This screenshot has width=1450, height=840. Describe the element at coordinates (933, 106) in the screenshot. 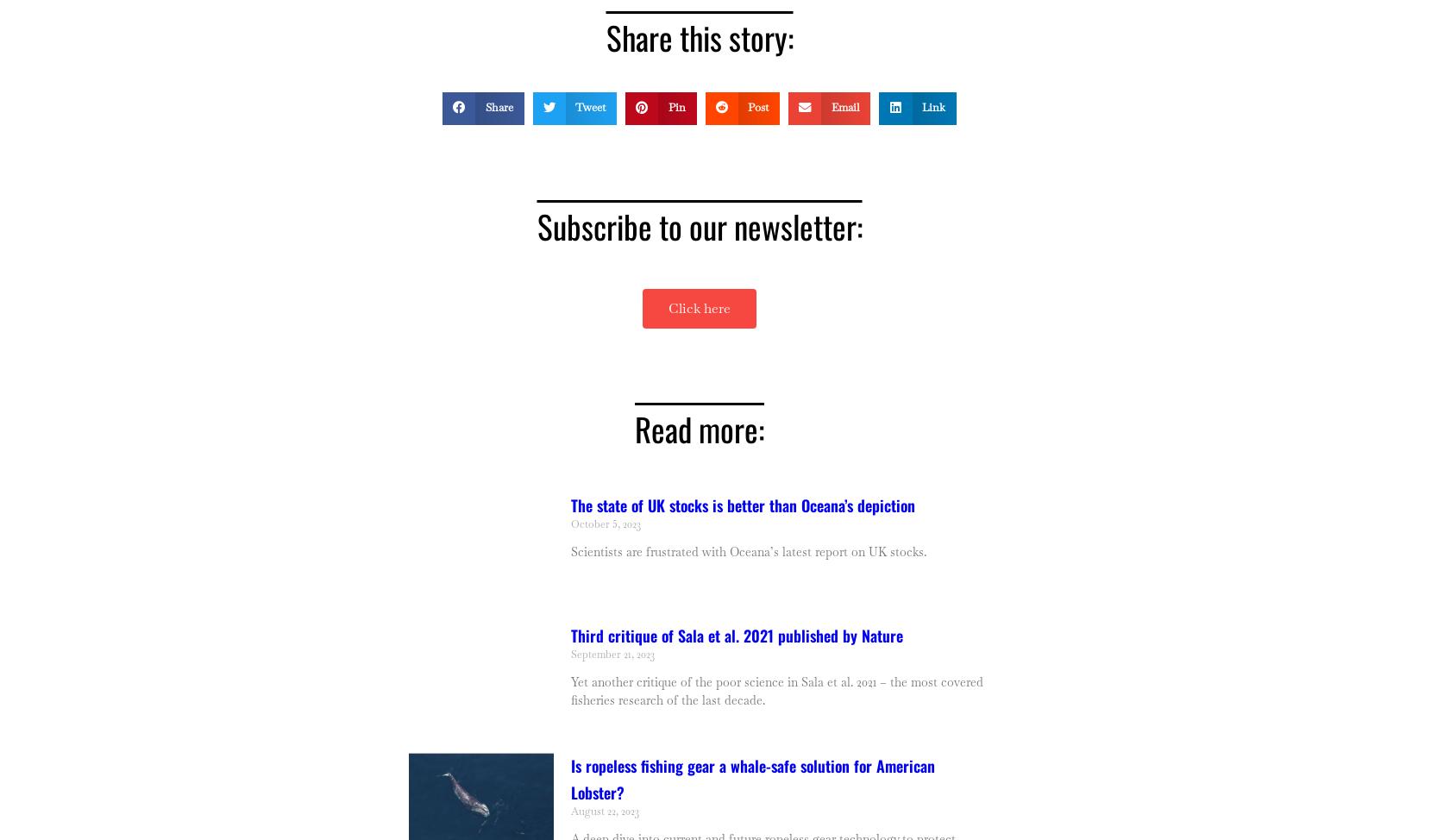

I see `'Link'` at that location.